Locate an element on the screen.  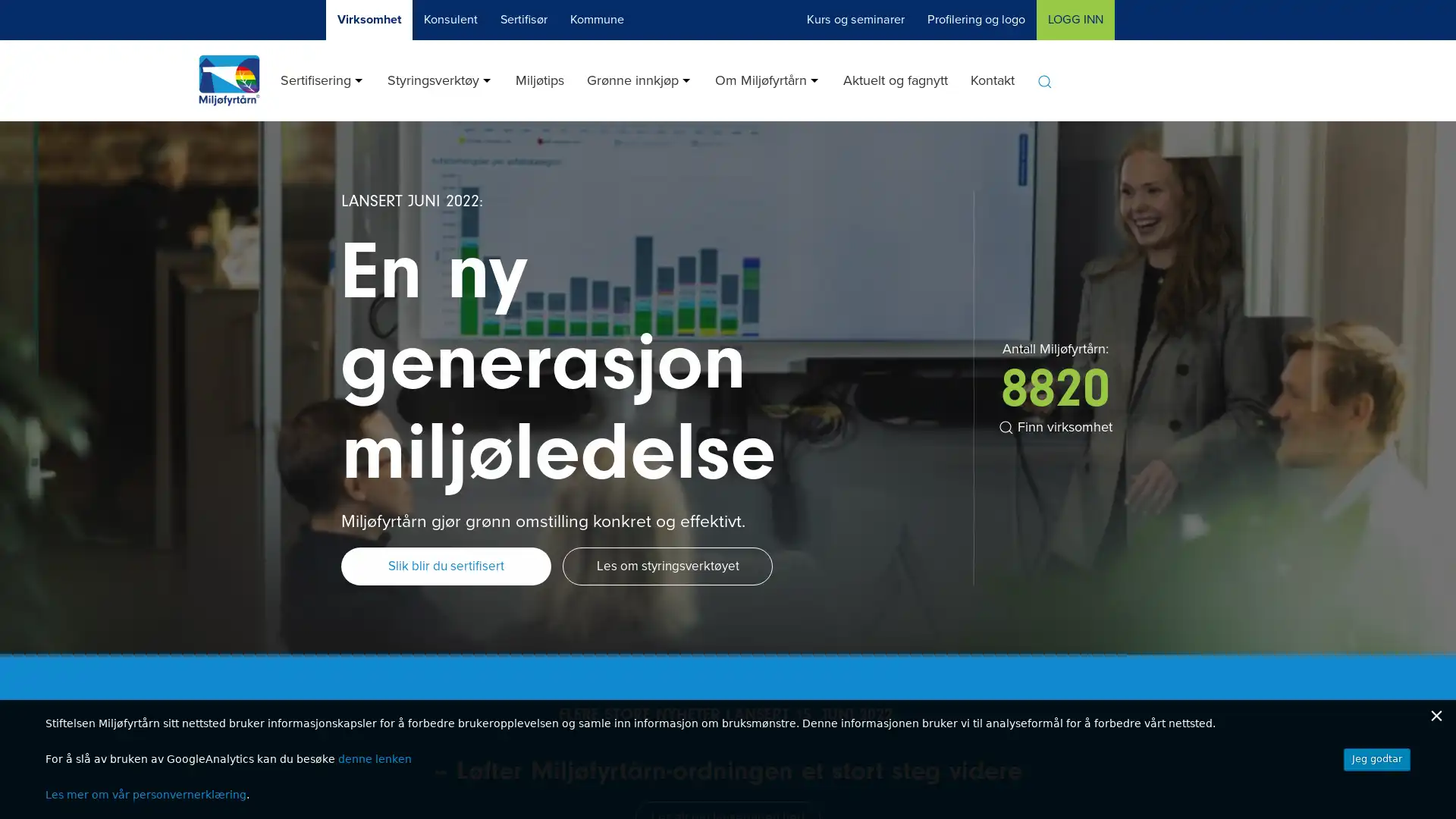
Jeg godtar is located at coordinates (1376, 759).